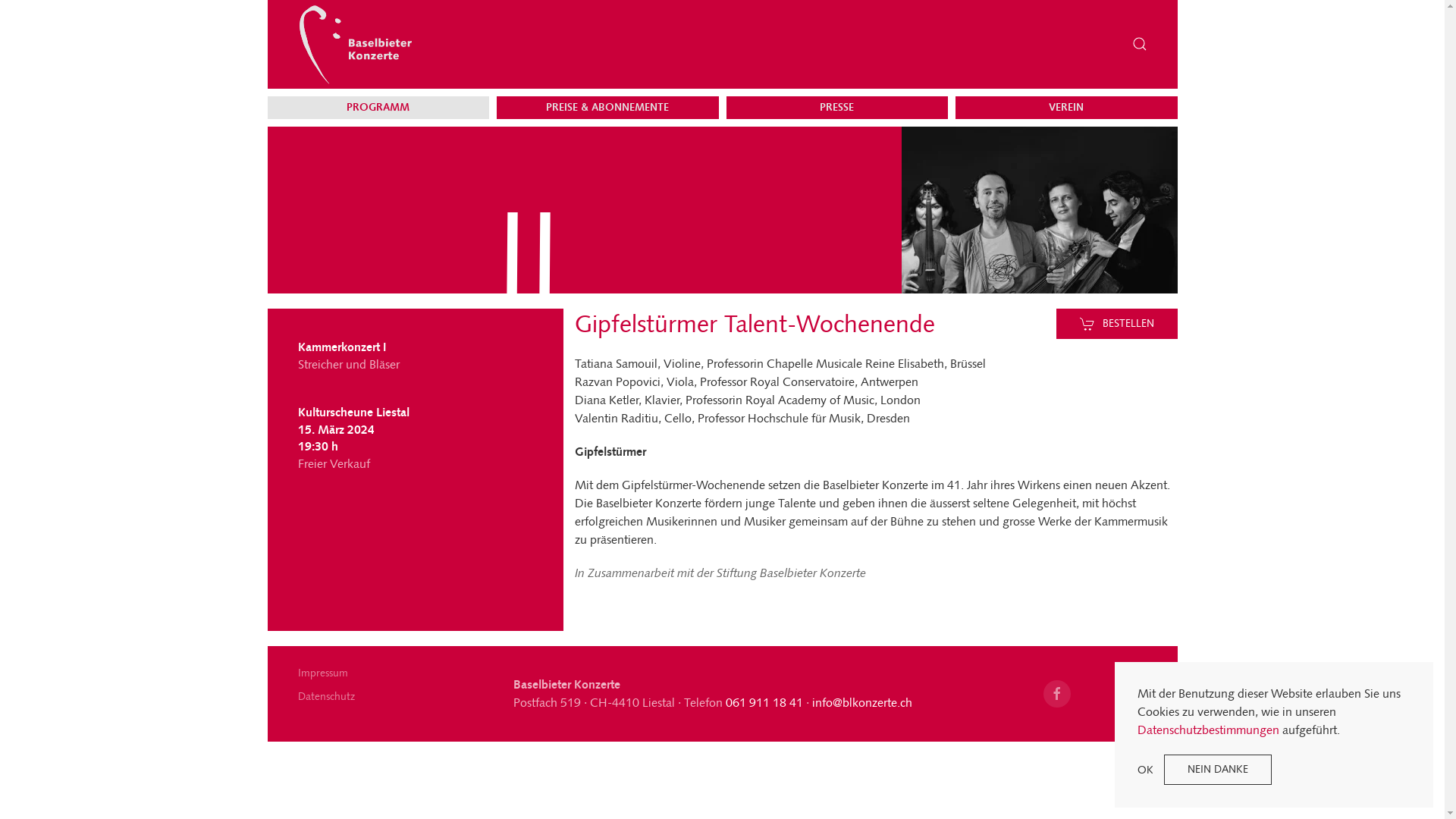 This screenshot has height=819, width=1456. Describe the element at coordinates (764, 702) in the screenshot. I see `'061 911 18 41'` at that location.